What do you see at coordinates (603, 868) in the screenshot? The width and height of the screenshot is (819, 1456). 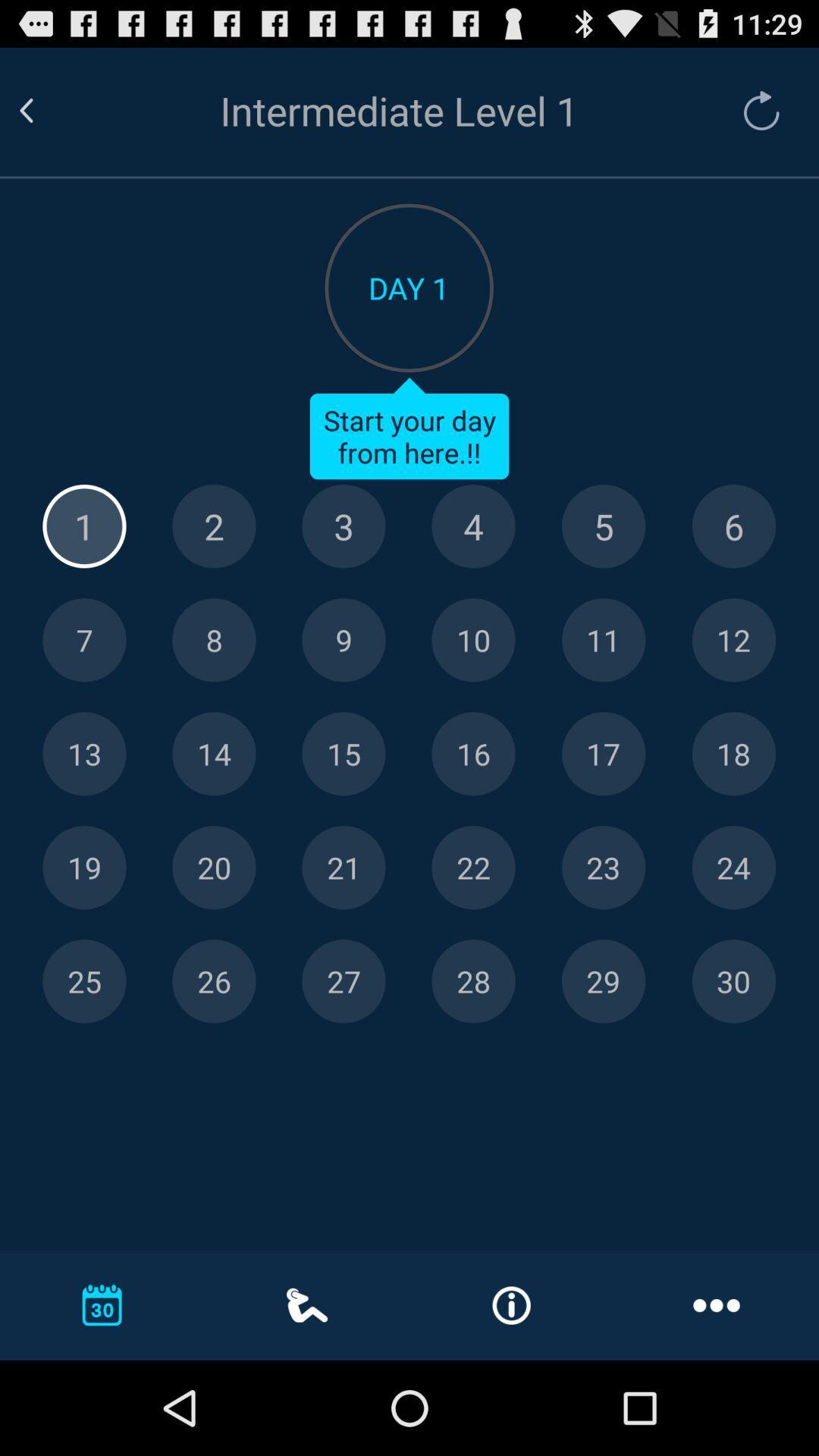 I see `day` at bounding box center [603, 868].